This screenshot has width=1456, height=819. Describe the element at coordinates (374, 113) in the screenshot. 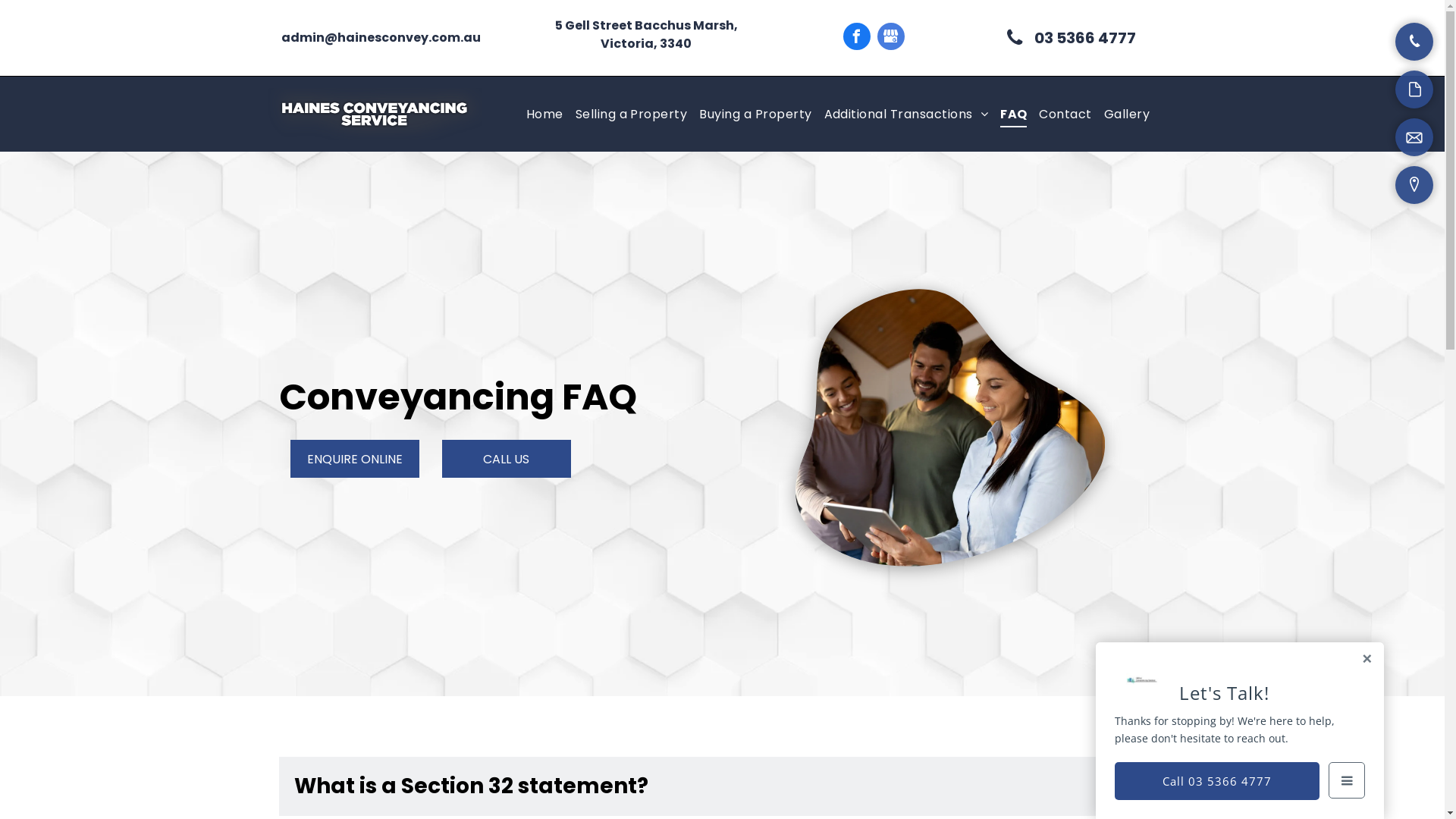

I see `'Haines Conveyancing'` at that location.